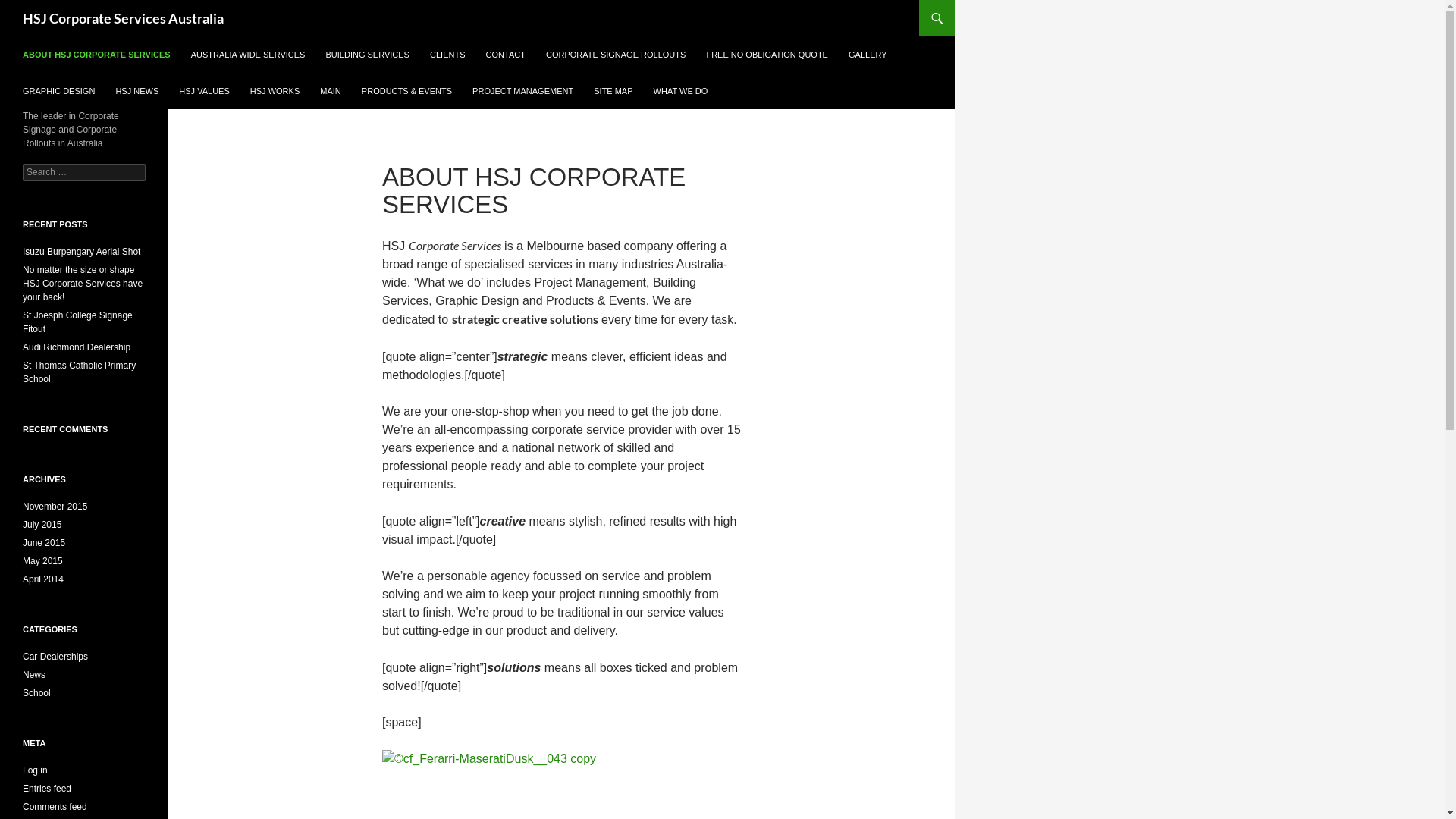 The image size is (1456, 819). Describe the element at coordinates (77, 321) in the screenshot. I see `'St Joesph College Signage Fitout'` at that location.